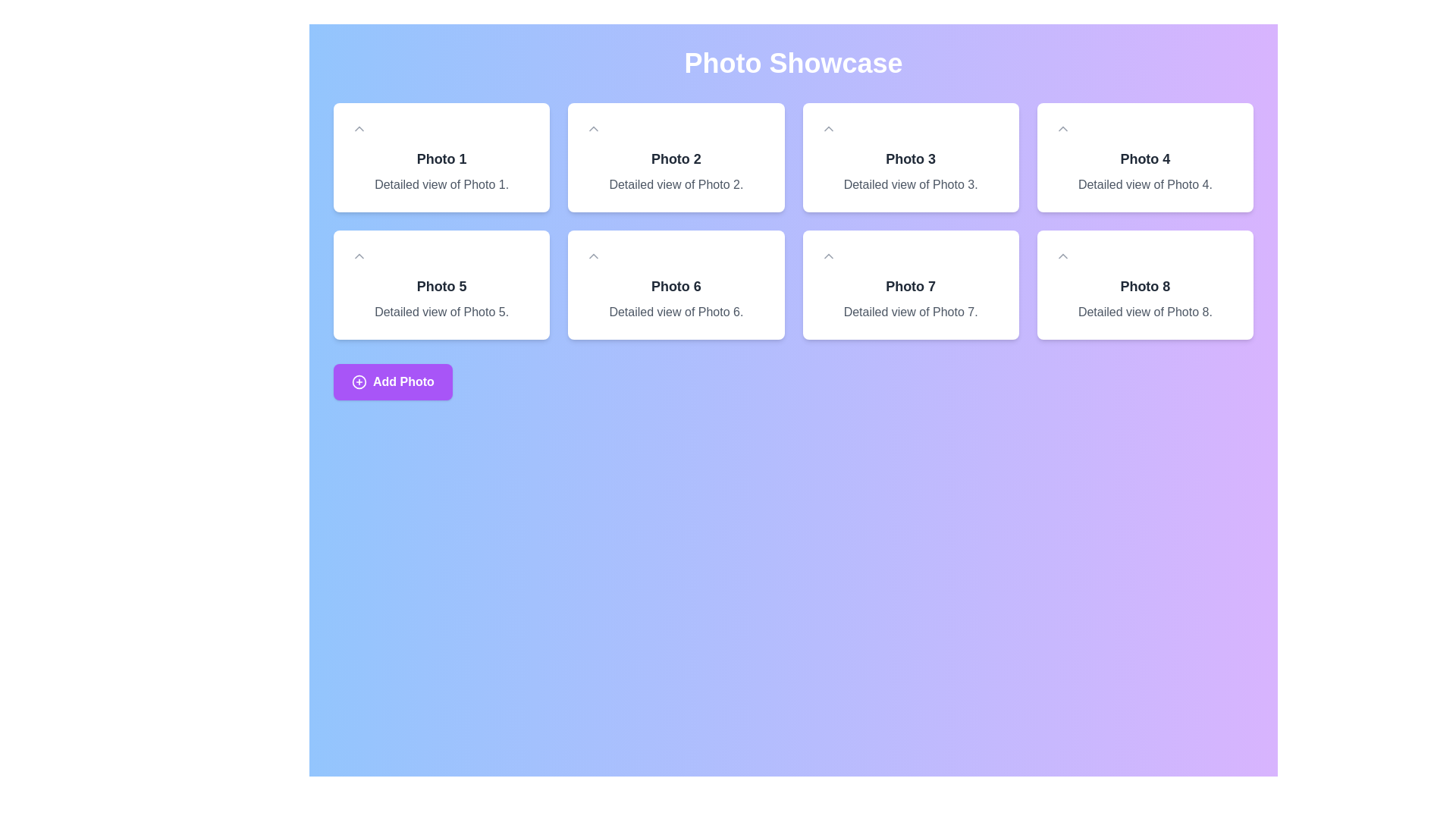  Describe the element at coordinates (1145, 284) in the screenshot. I see `the bottom right card in the grid displaying 'Photo 8'` at that location.